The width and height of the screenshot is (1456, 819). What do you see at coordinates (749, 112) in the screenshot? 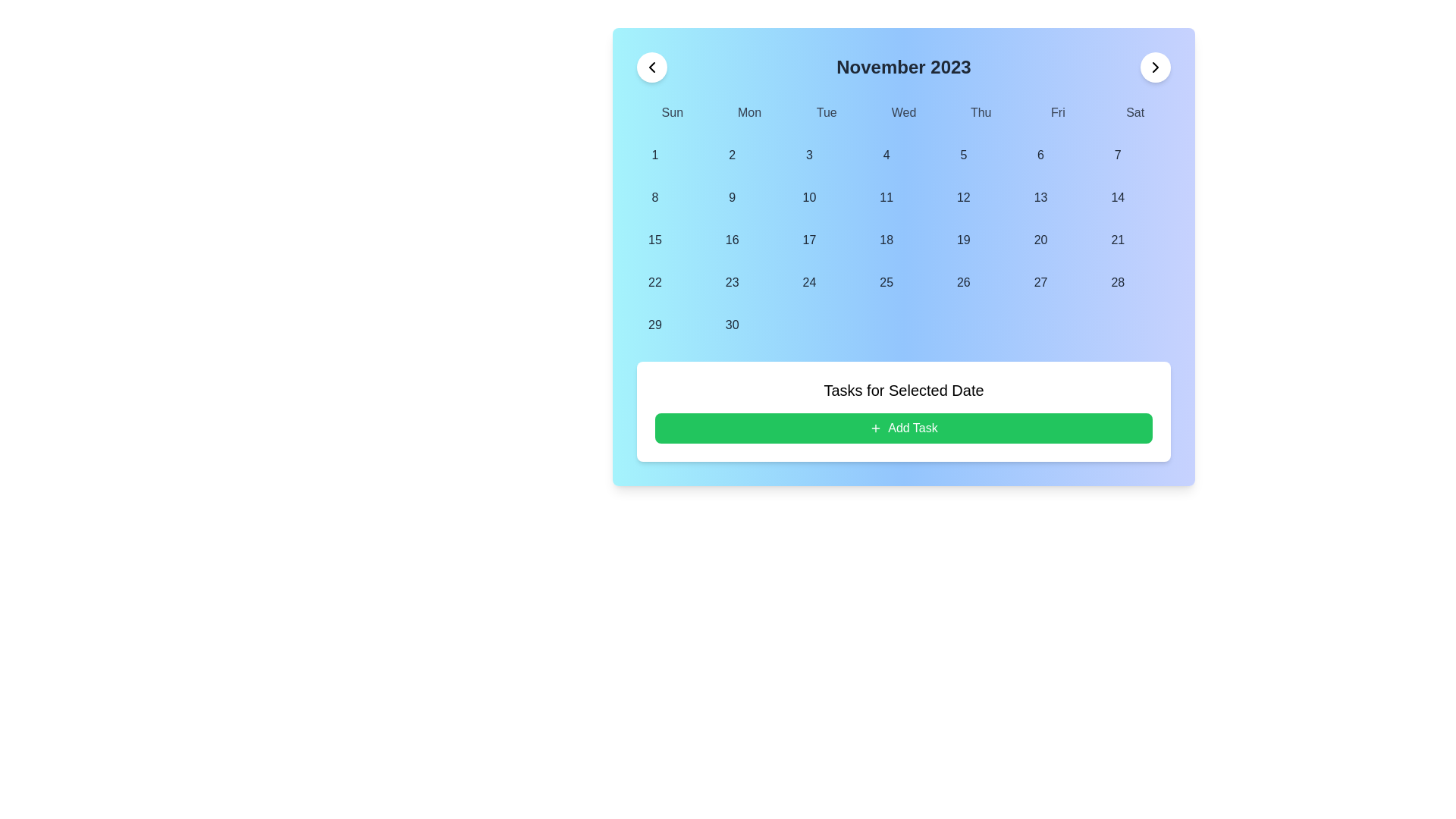
I see `the Text label indicating Monday, which is the second label in the row of days of the week, positioned between 'Sun' and 'Tue'` at bounding box center [749, 112].